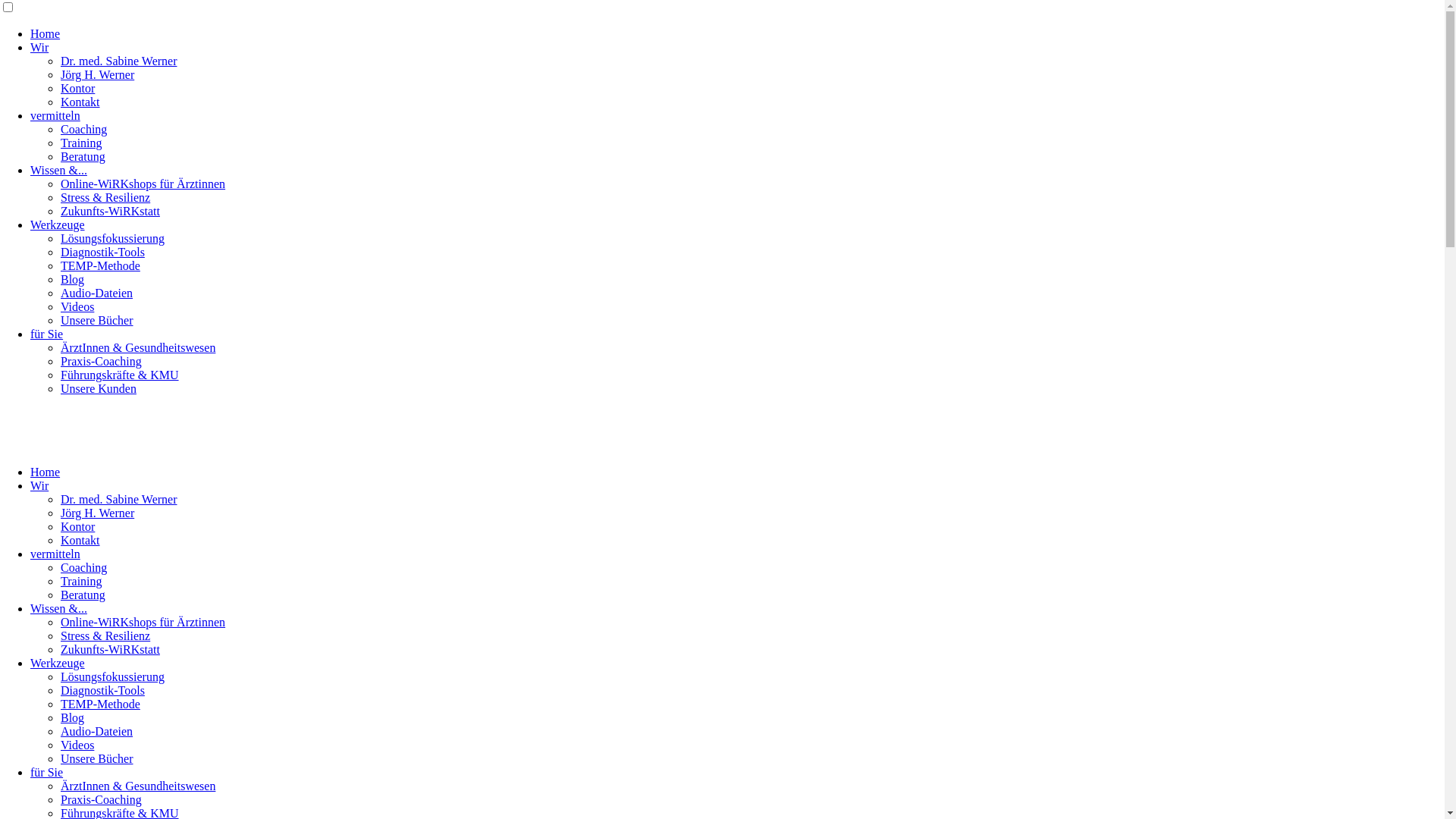 Image resolution: width=1456 pixels, height=819 pixels. What do you see at coordinates (83, 128) in the screenshot?
I see `'Coaching'` at bounding box center [83, 128].